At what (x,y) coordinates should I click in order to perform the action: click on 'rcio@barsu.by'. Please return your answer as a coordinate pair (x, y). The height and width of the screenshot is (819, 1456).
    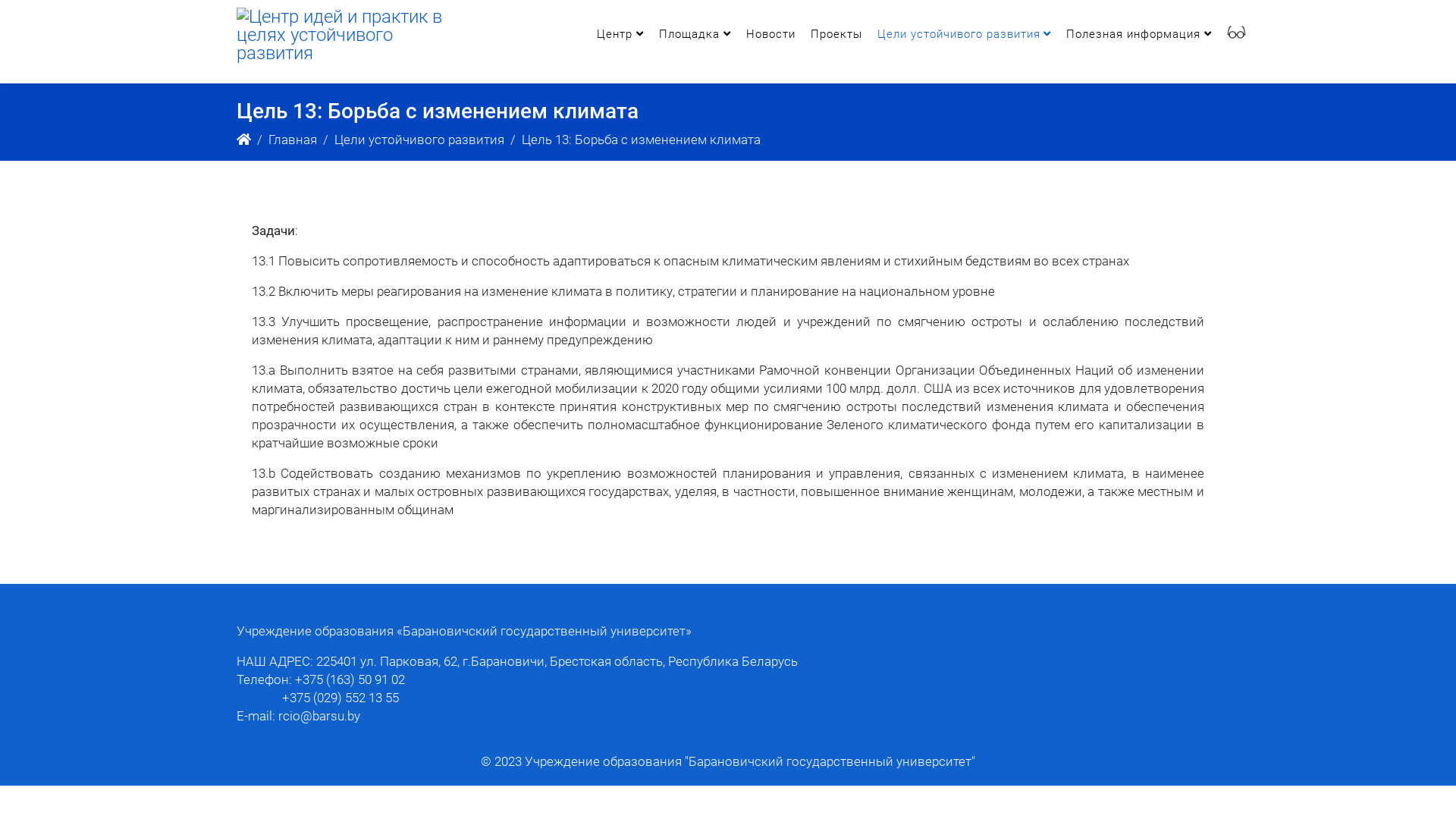
    Looking at the image, I should click on (318, 716).